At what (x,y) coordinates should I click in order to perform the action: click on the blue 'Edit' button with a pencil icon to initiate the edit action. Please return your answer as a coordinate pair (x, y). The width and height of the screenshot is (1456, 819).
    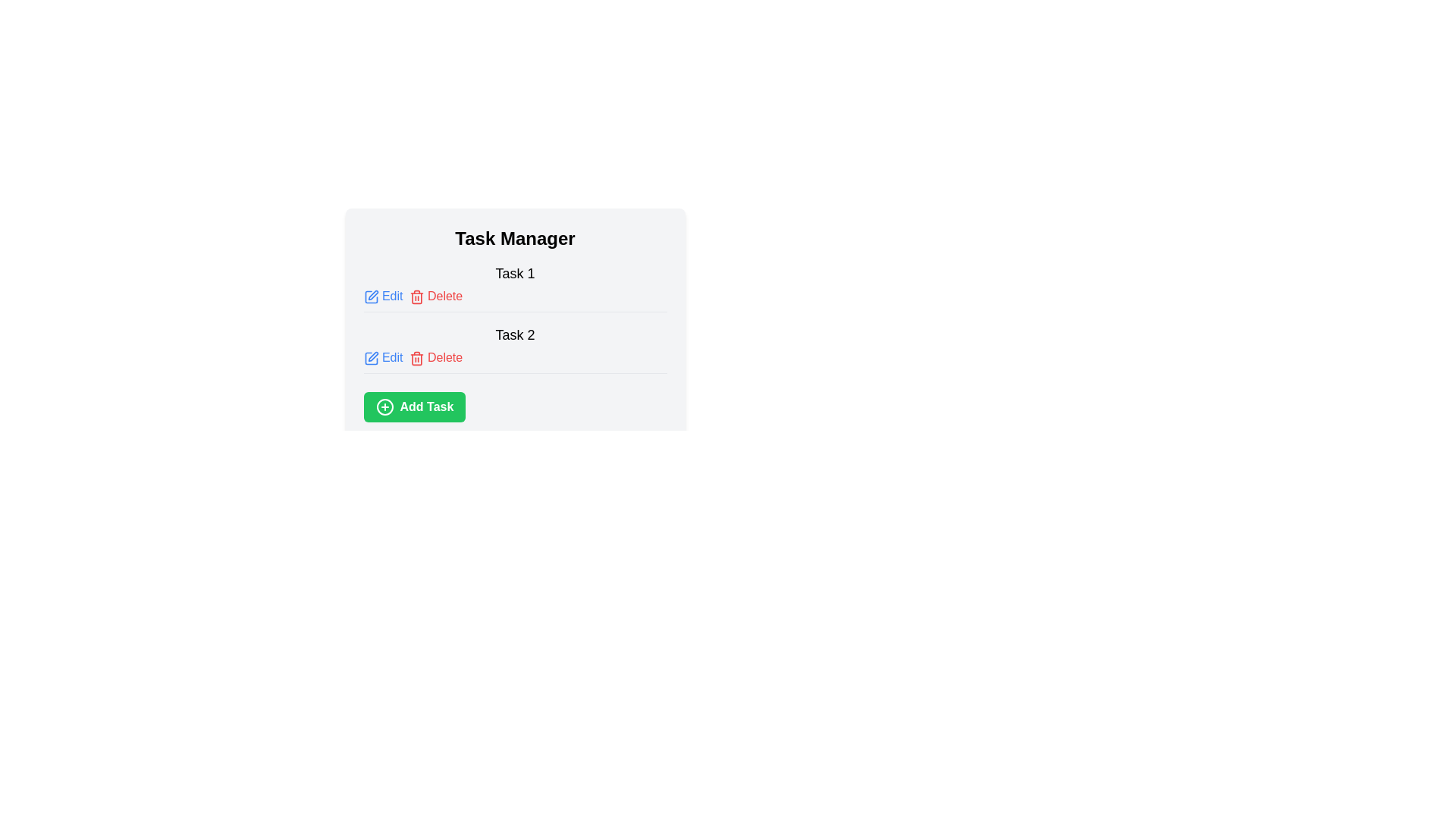
    Looking at the image, I should click on (383, 296).